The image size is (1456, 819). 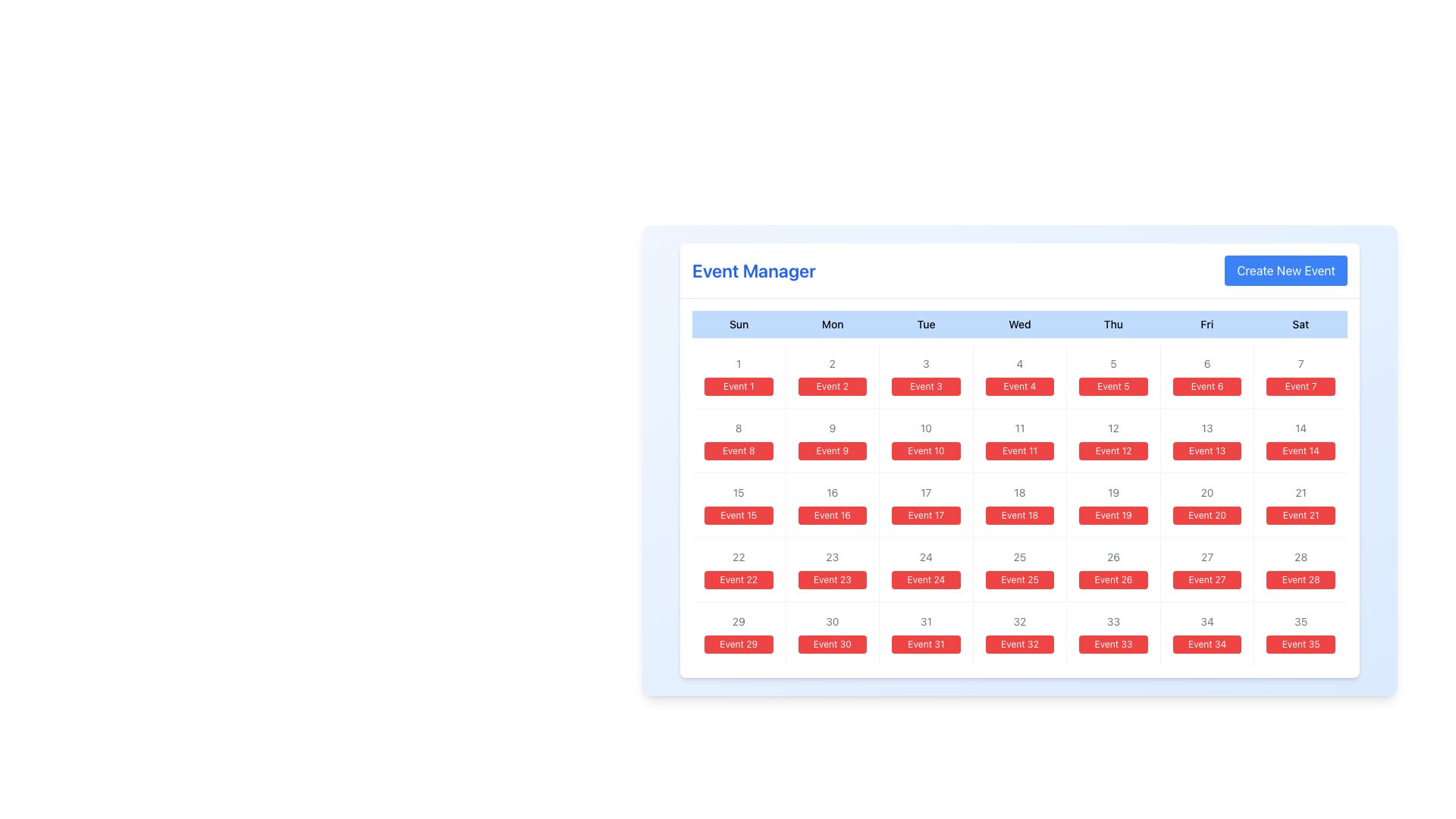 What do you see at coordinates (739, 450) in the screenshot?
I see `the rectangular button with rounded corners, red background, and white text reading 'Event 8' located beneath the header 'Sun'` at bounding box center [739, 450].